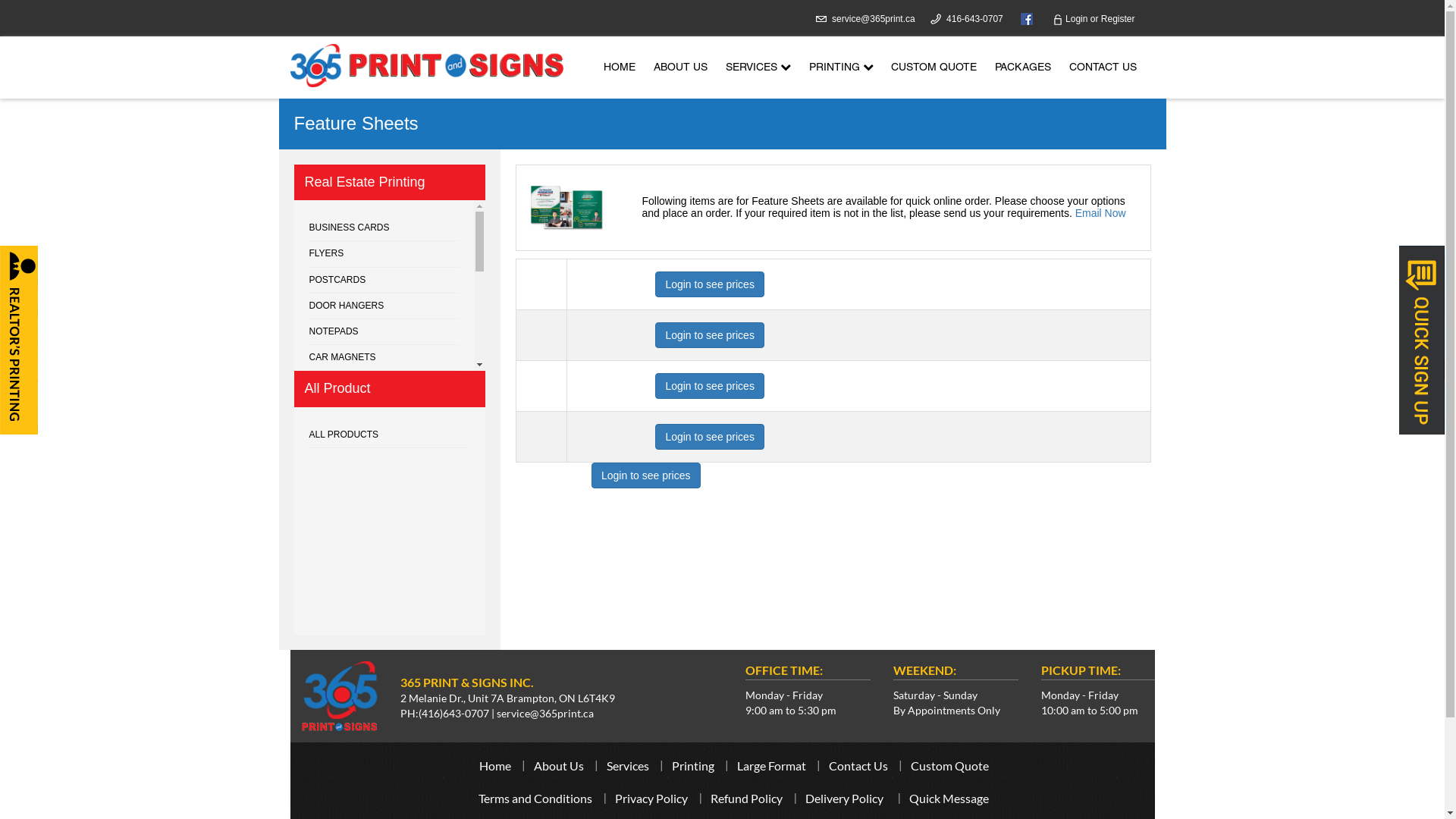  I want to click on 'Contact Us', so click(858, 765).